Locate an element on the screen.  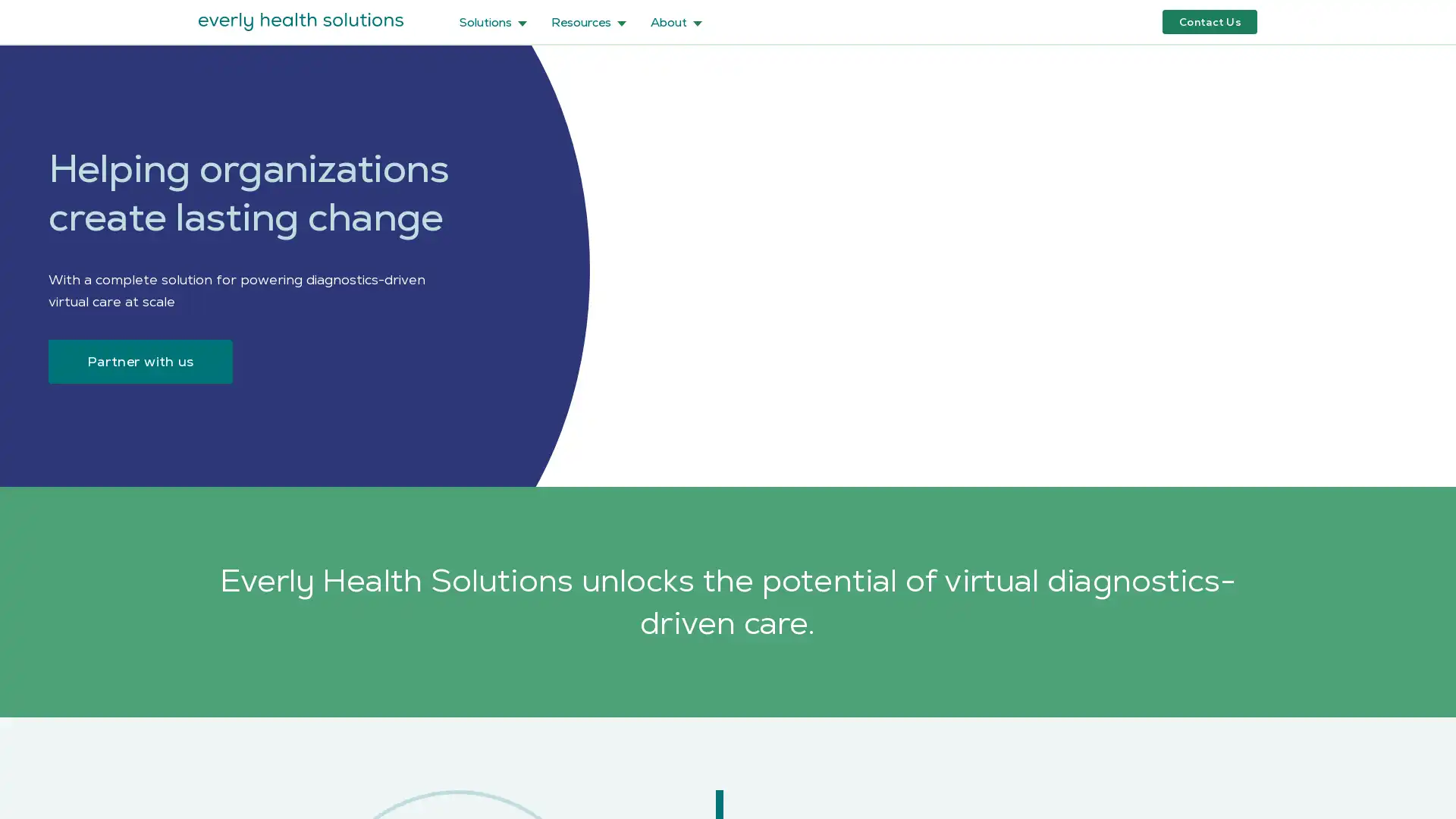
About Caret icon for dropdown menu is located at coordinates (676, 21).